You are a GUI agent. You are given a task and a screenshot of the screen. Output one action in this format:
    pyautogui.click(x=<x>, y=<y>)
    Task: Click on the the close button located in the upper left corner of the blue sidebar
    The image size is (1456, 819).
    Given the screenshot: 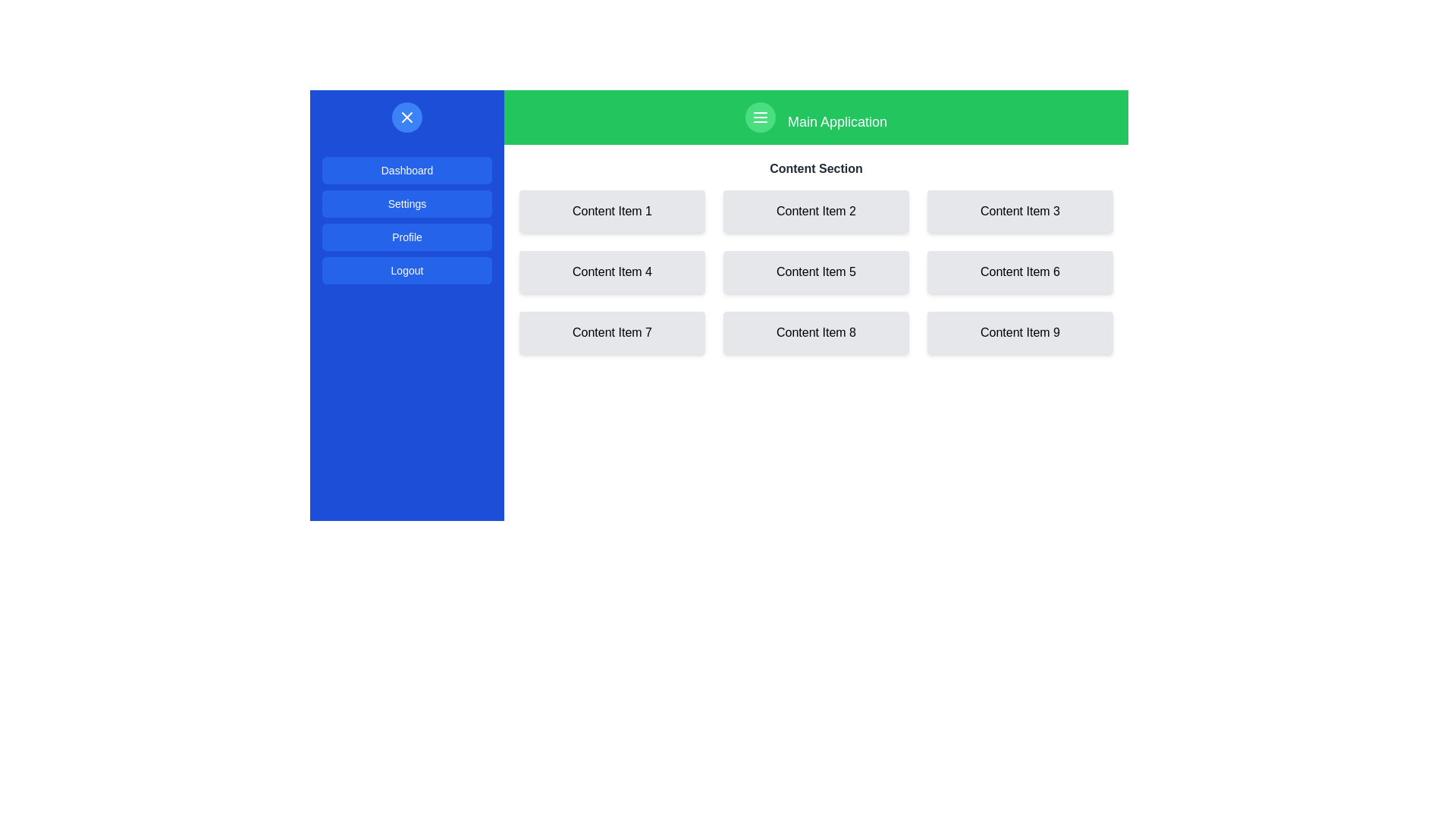 What is the action you would take?
    pyautogui.click(x=407, y=116)
    